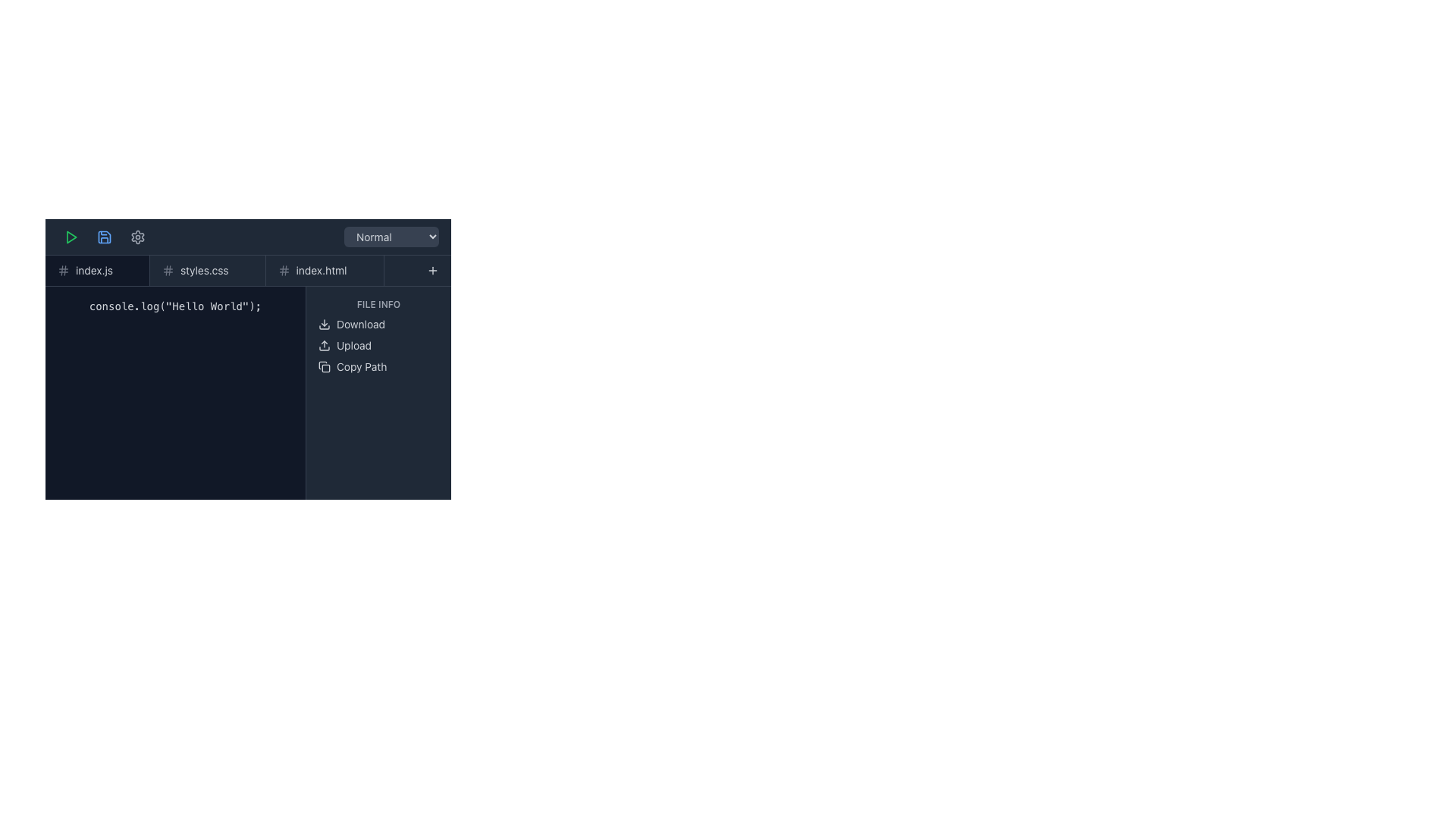  Describe the element at coordinates (203, 270) in the screenshot. I see `the text label displaying 'styles.css' located in the navigation bar` at that location.